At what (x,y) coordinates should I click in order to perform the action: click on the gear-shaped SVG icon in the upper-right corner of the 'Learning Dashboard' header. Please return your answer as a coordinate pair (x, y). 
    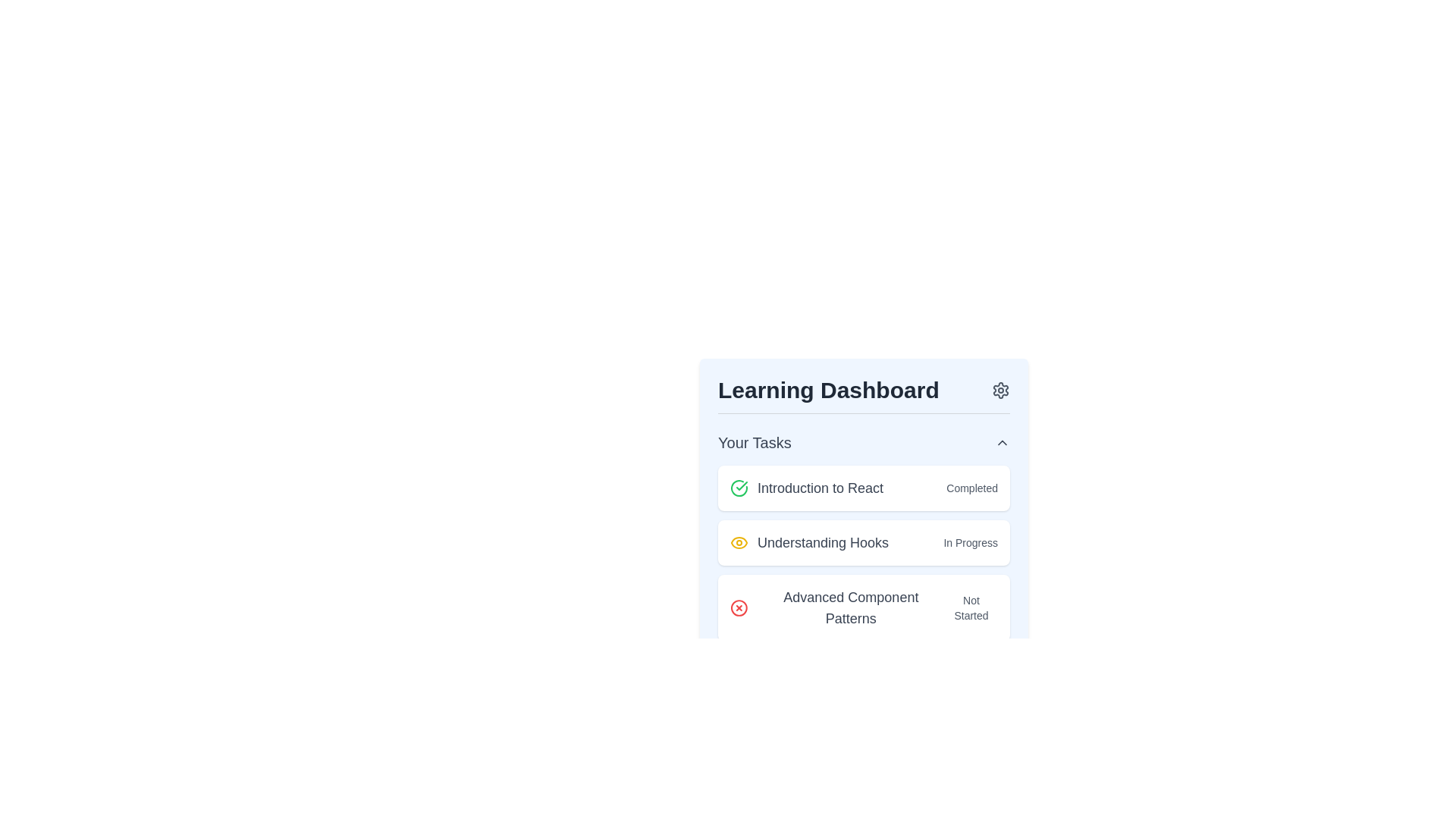
    Looking at the image, I should click on (1001, 390).